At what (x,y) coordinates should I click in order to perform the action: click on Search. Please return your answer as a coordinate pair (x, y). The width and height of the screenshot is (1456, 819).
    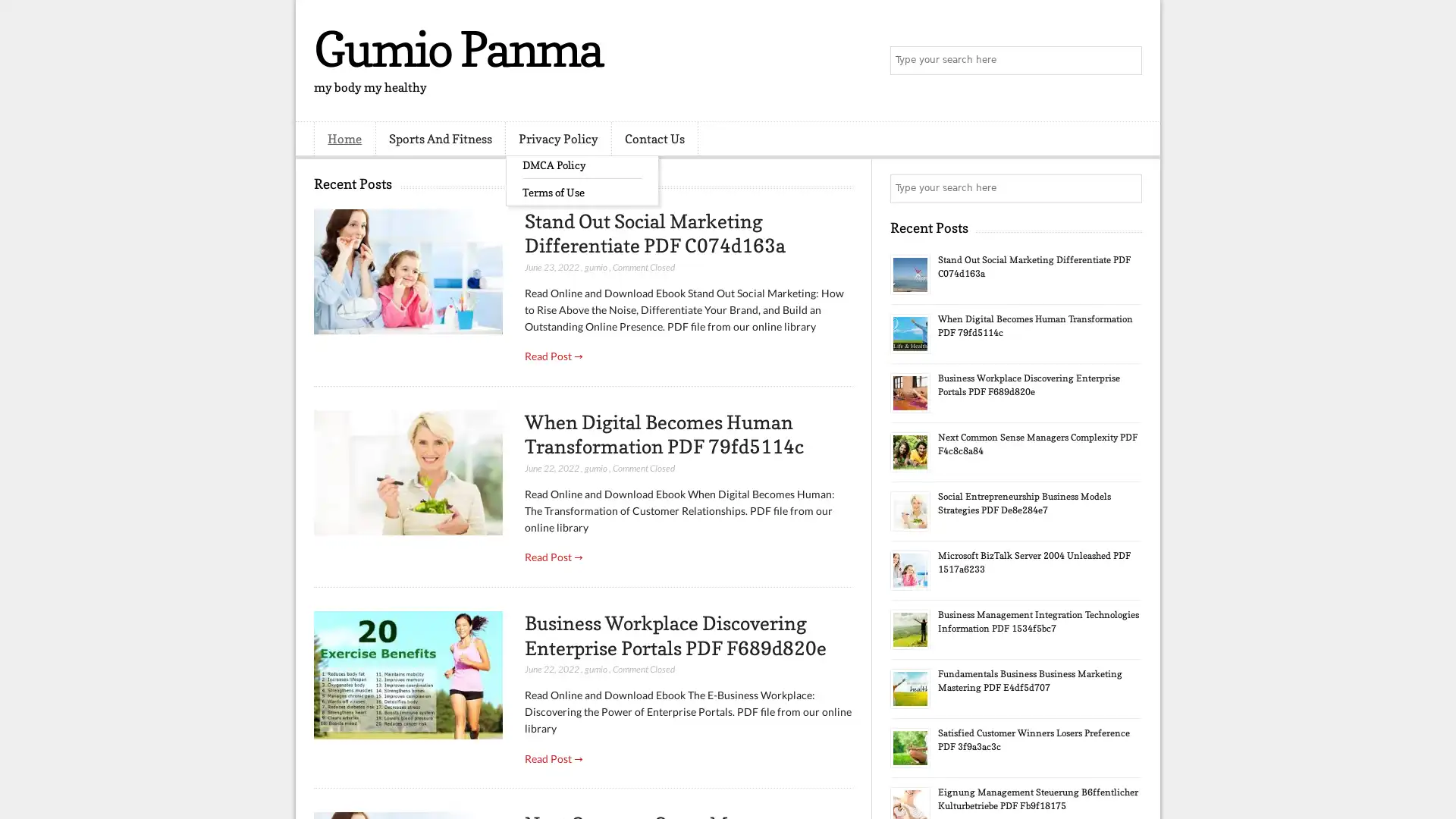
    Looking at the image, I should click on (1126, 188).